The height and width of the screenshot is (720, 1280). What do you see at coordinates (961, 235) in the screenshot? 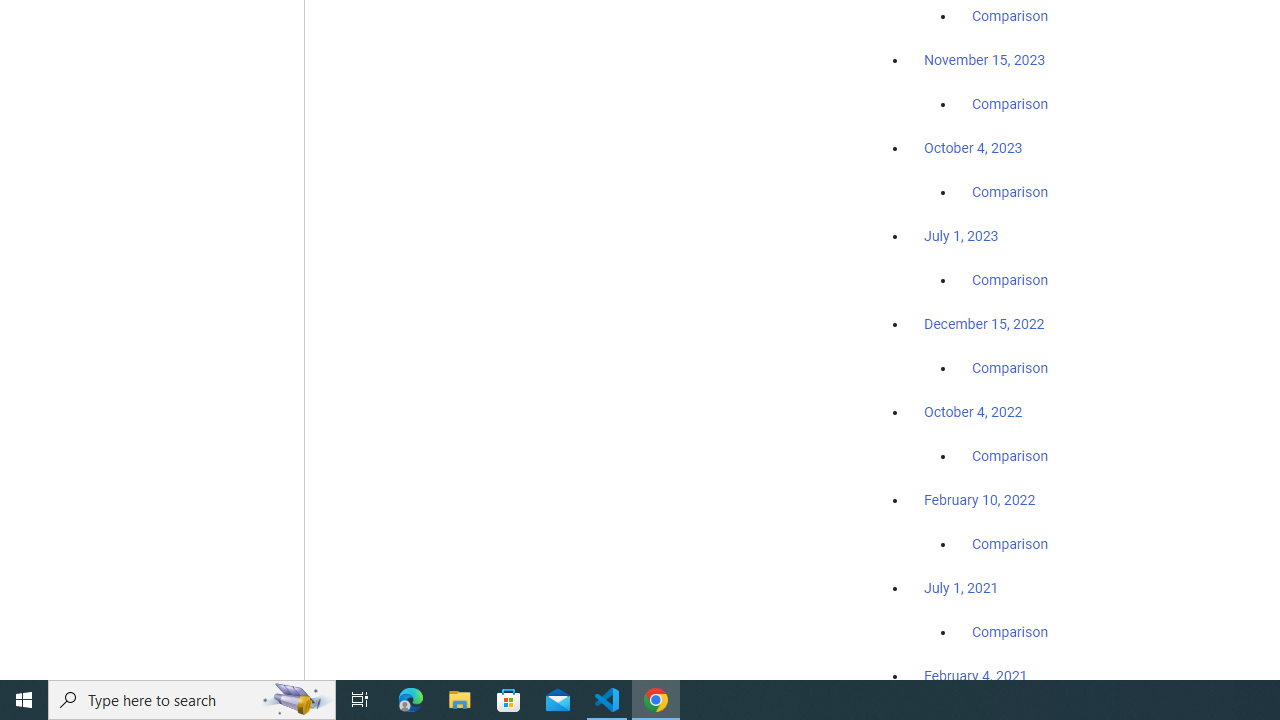
I see `'July 1, 2023'` at bounding box center [961, 235].